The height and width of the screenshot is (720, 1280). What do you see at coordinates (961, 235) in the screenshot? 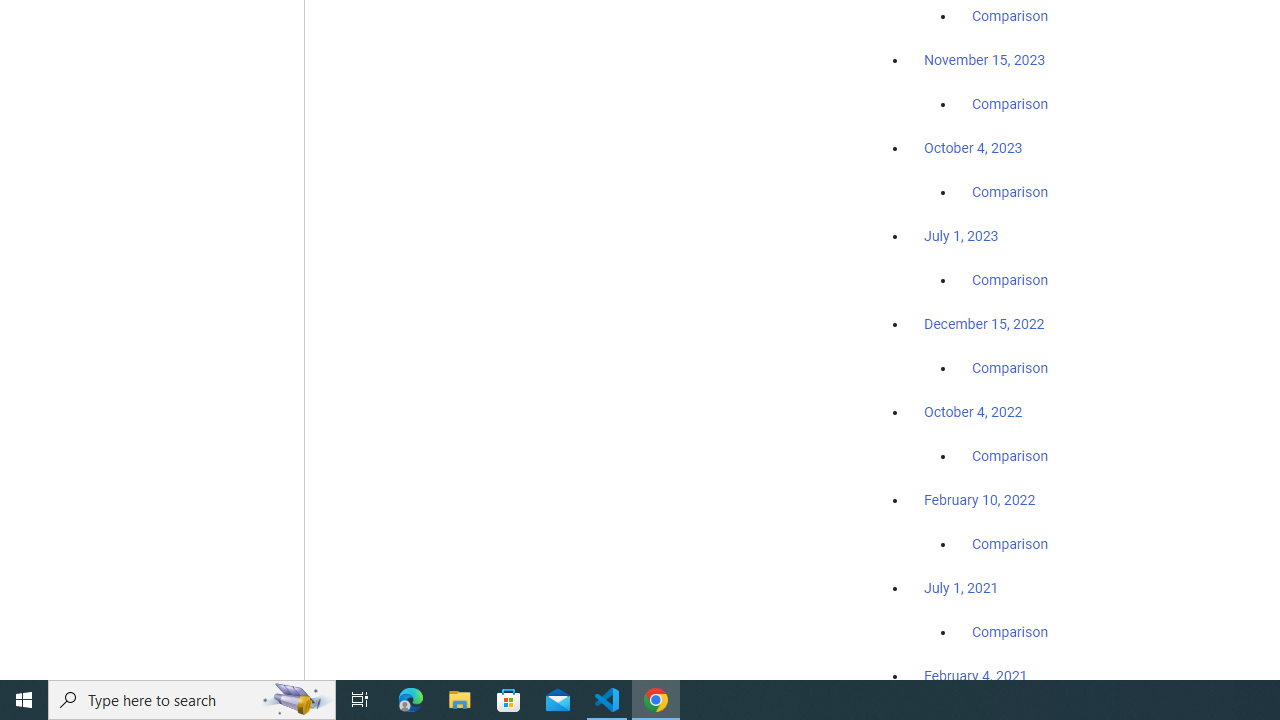
I see `'July 1, 2023'` at bounding box center [961, 235].